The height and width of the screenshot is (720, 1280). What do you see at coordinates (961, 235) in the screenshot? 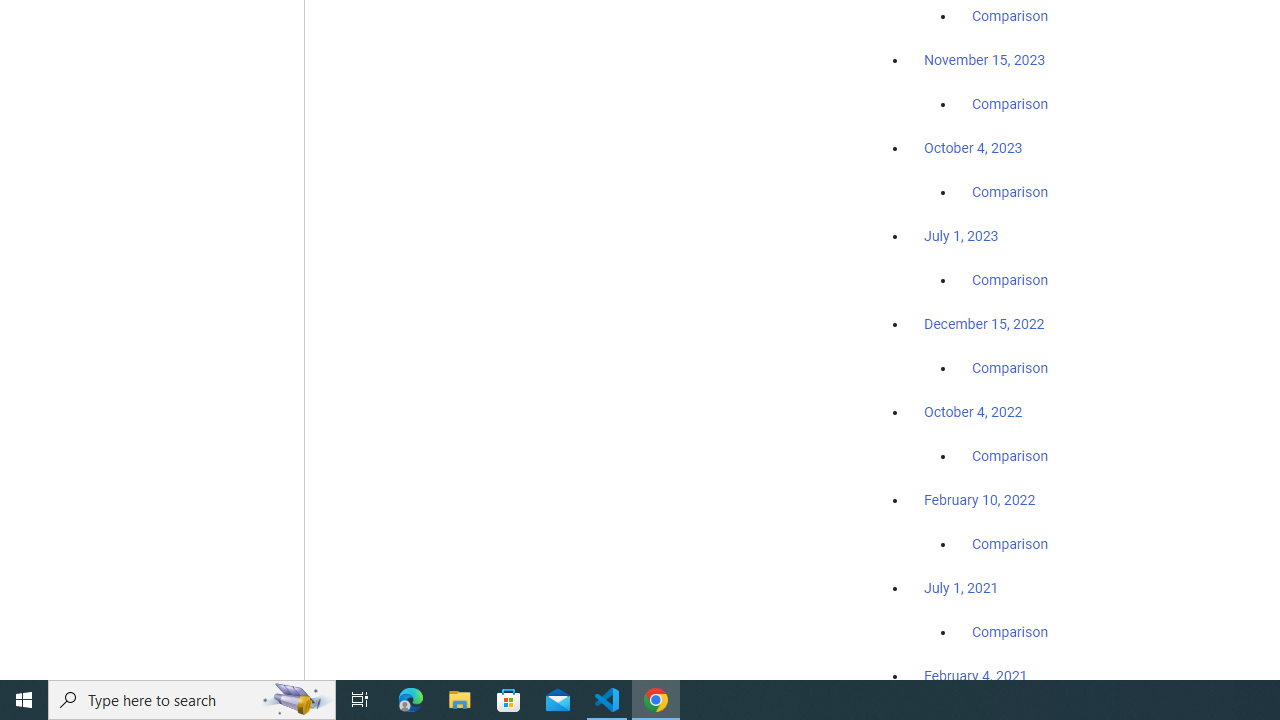
I see `'July 1, 2023'` at bounding box center [961, 235].